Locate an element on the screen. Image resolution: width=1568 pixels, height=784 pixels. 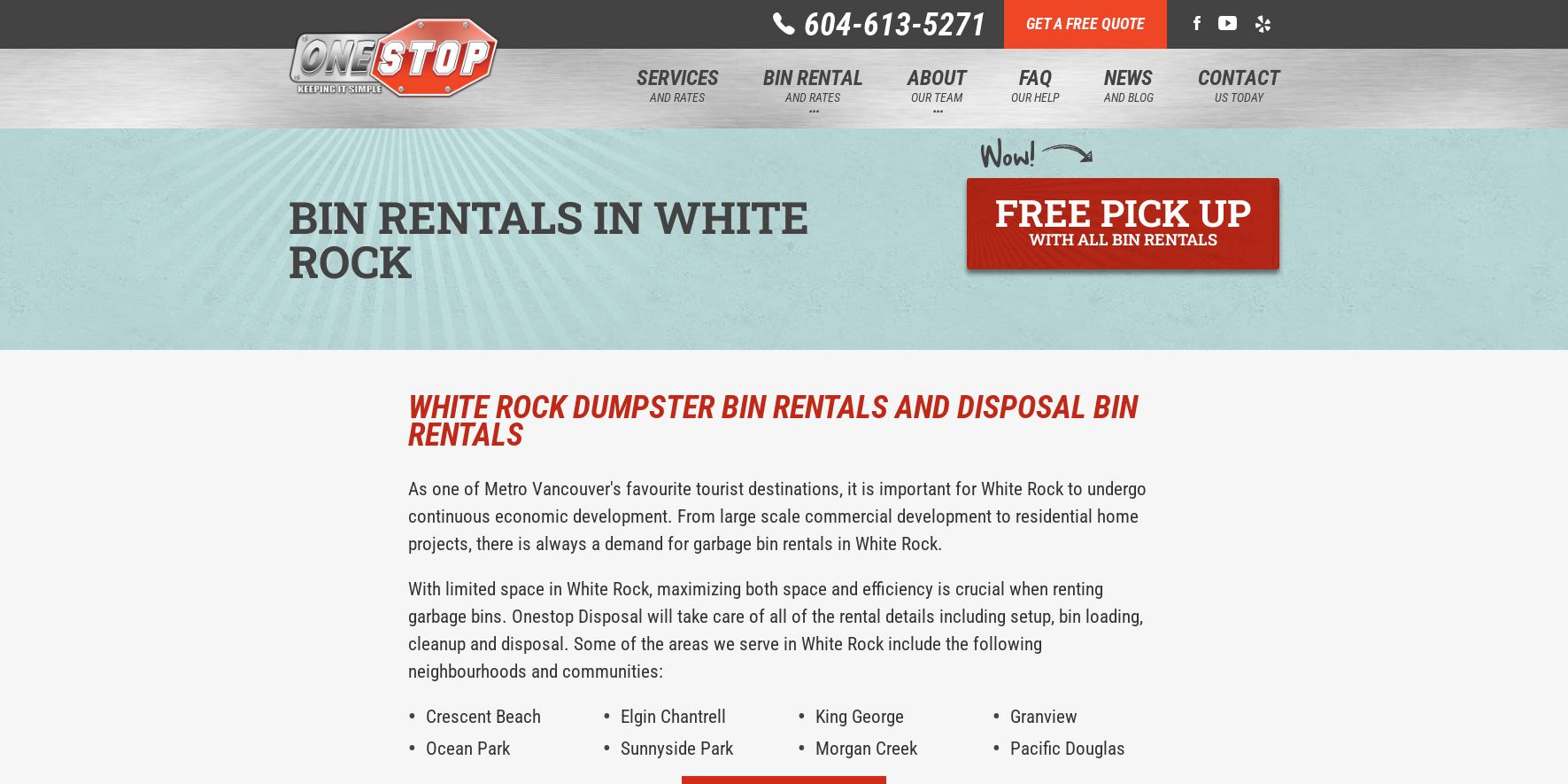
'White Rock Dumpster Bin Rentals and Disposal Bin Rentals' is located at coordinates (771, 420).